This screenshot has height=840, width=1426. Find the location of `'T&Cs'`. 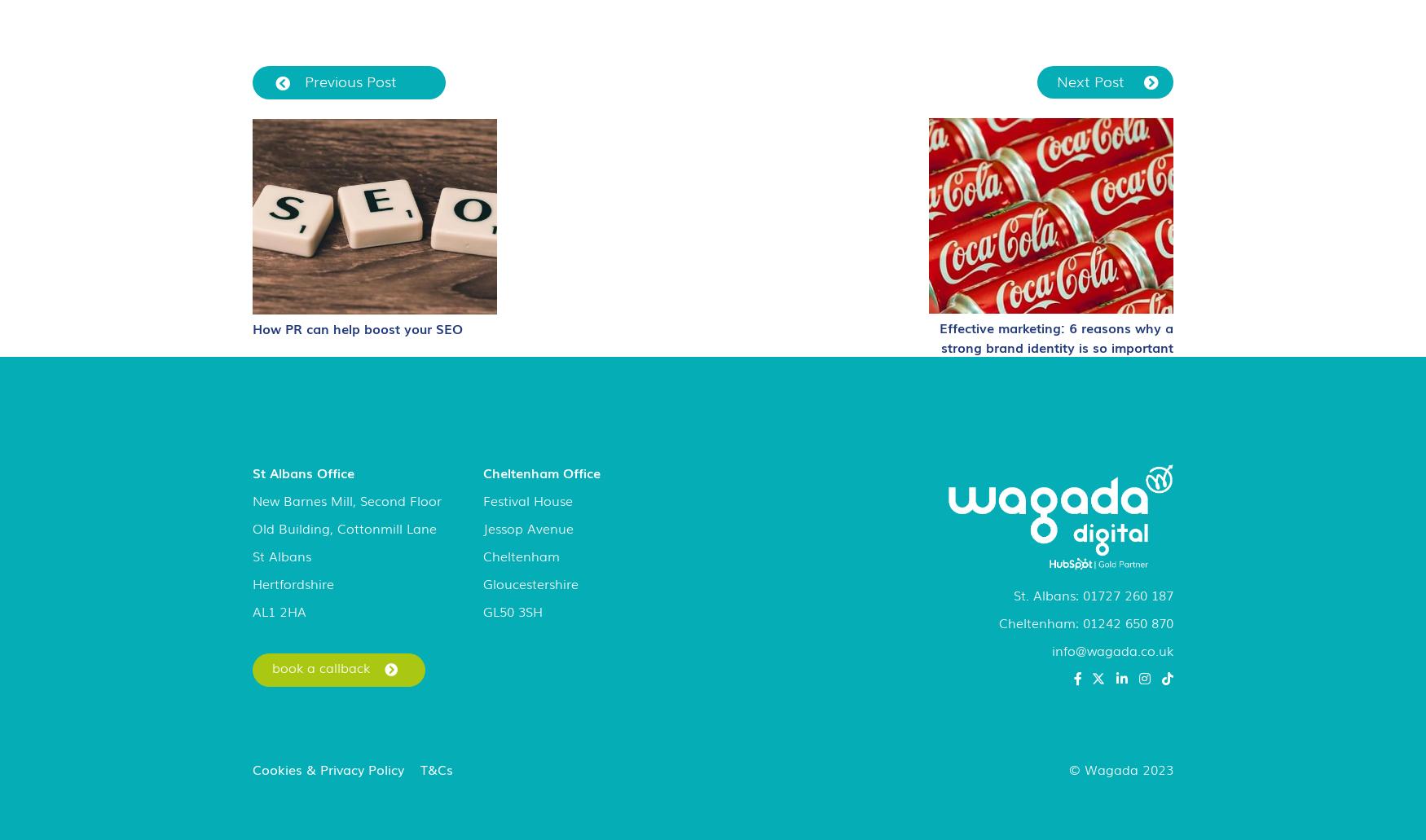

'T&Cs' is located at coordinates (420, 767).